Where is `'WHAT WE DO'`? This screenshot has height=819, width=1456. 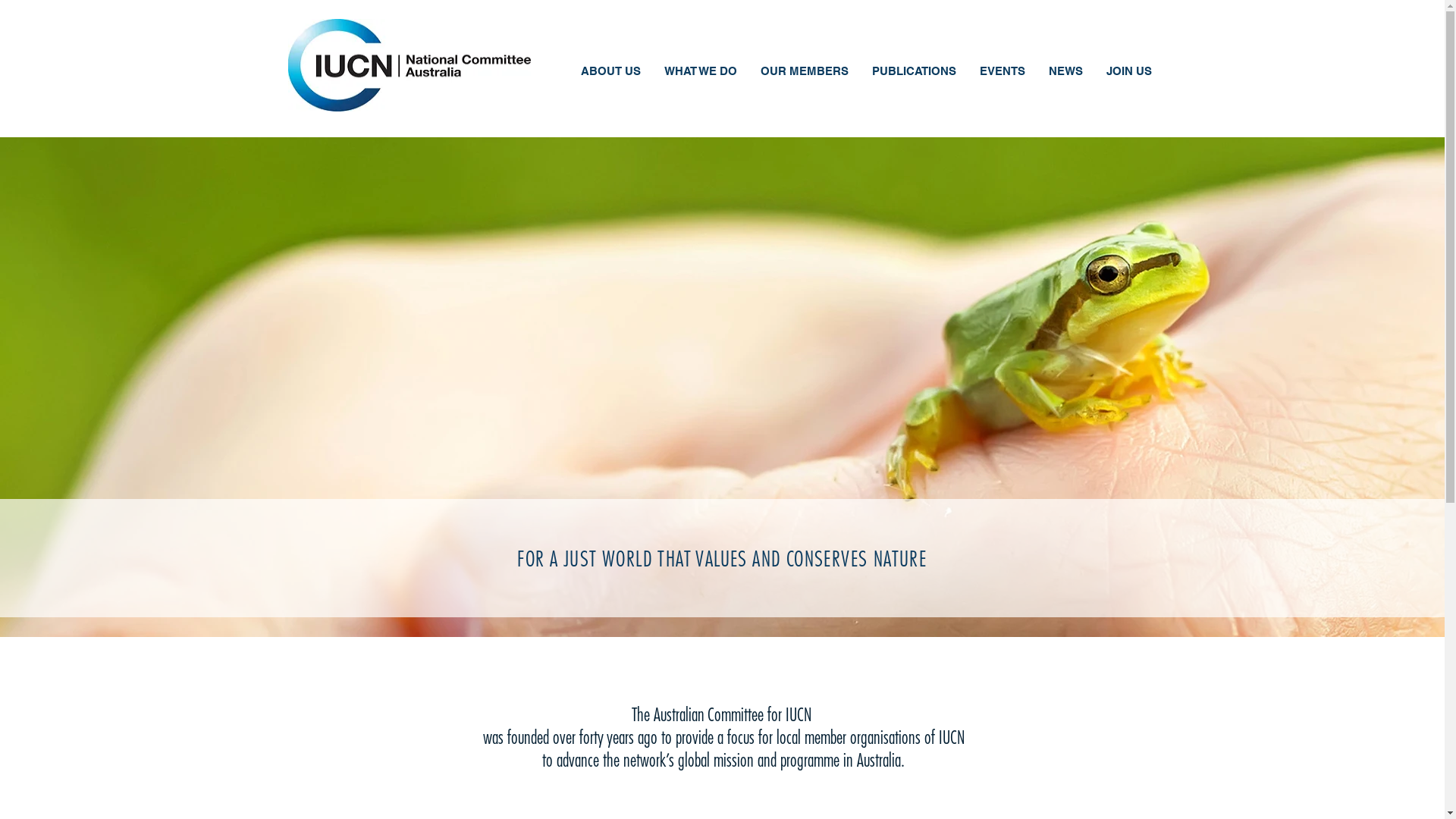
'WHAT WE DO' is located at coordinates (699, 72).